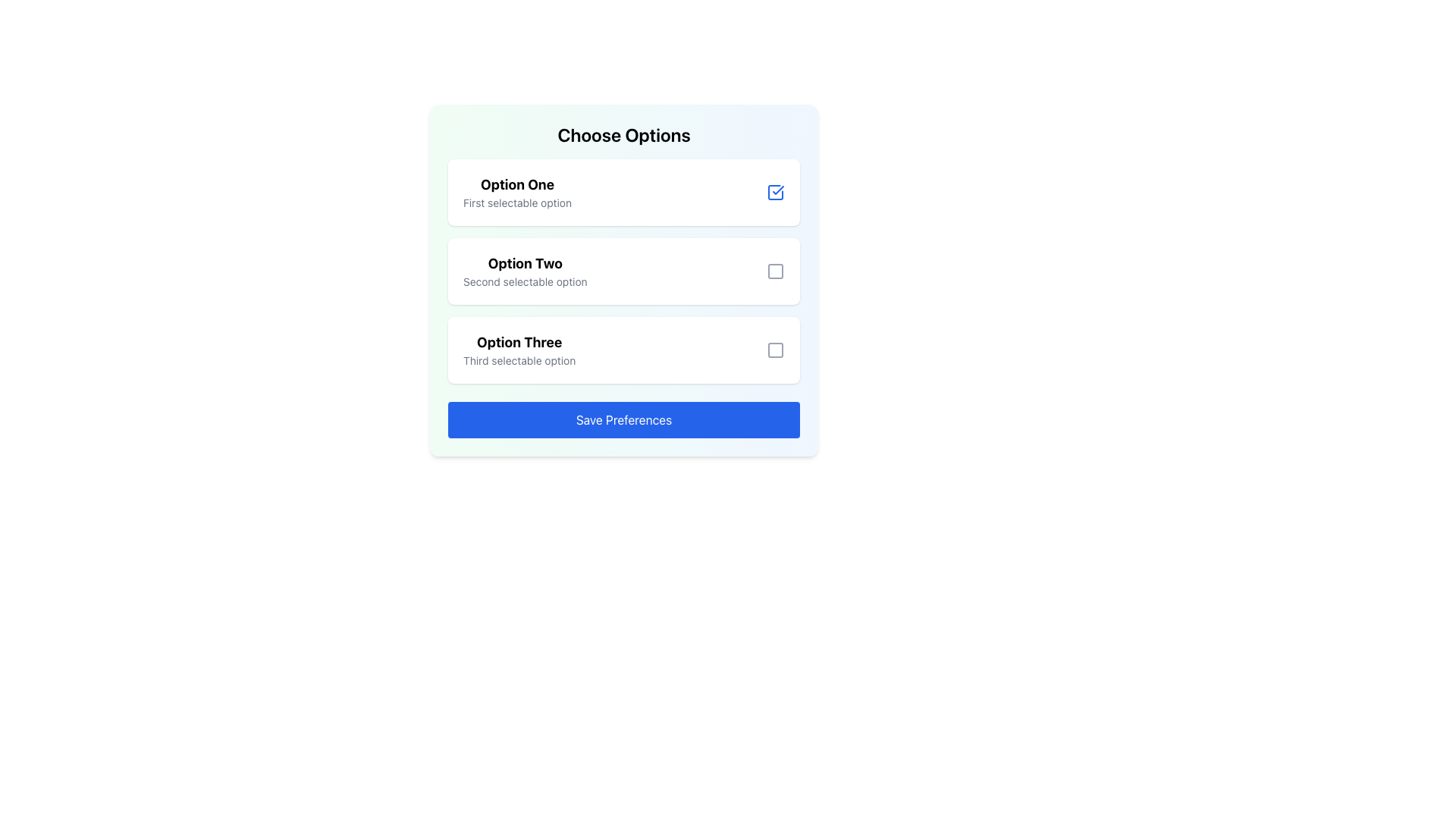  What do you see at coordinates (775, 192) in the screenshot?
I see `the selection indicator icon for 'Option One', which shows that this option is currently selected` at bounding box center [775, 192].